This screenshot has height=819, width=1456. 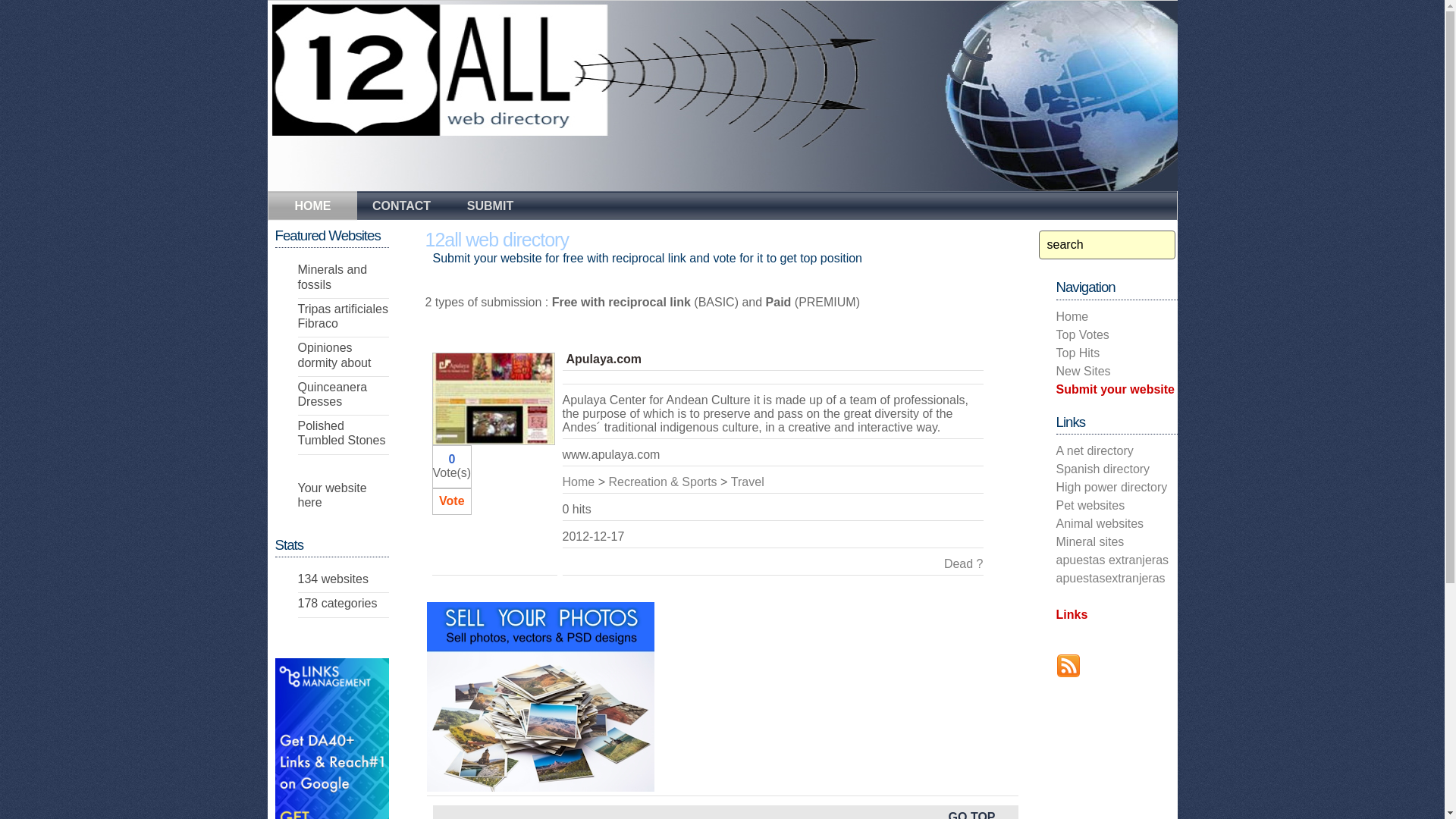 I want to click on 'SUBMIT', so click(x=490, y=203).